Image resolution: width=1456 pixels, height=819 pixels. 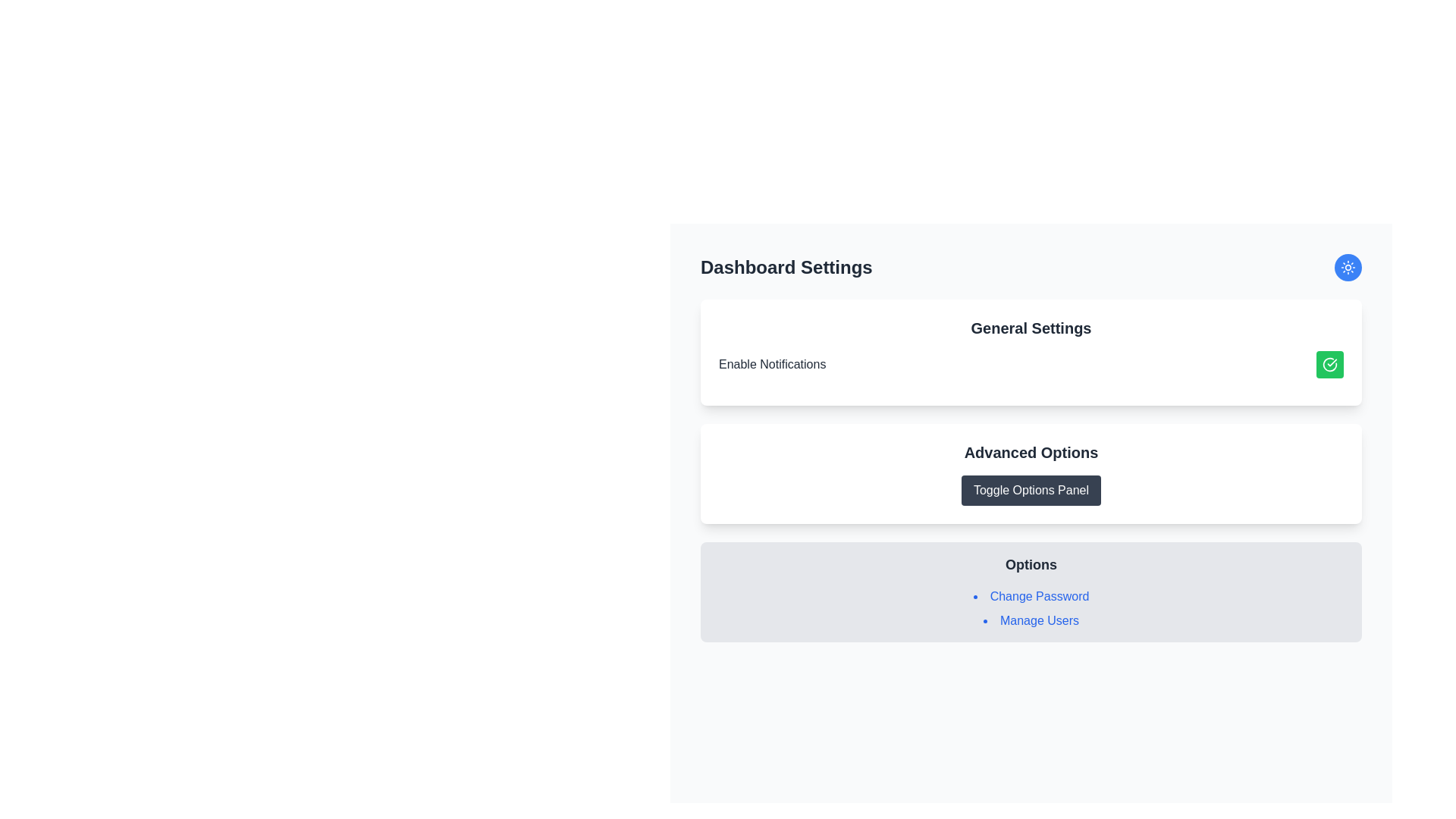 What do you see at coordinates (1329, 365) in the screenshot?
I see `the status of the circle icon with a checkmark, indicating completion or success, located in the top-right corner of the 'General Settings' section of the dashboard` at bounding box center [1329, 365].